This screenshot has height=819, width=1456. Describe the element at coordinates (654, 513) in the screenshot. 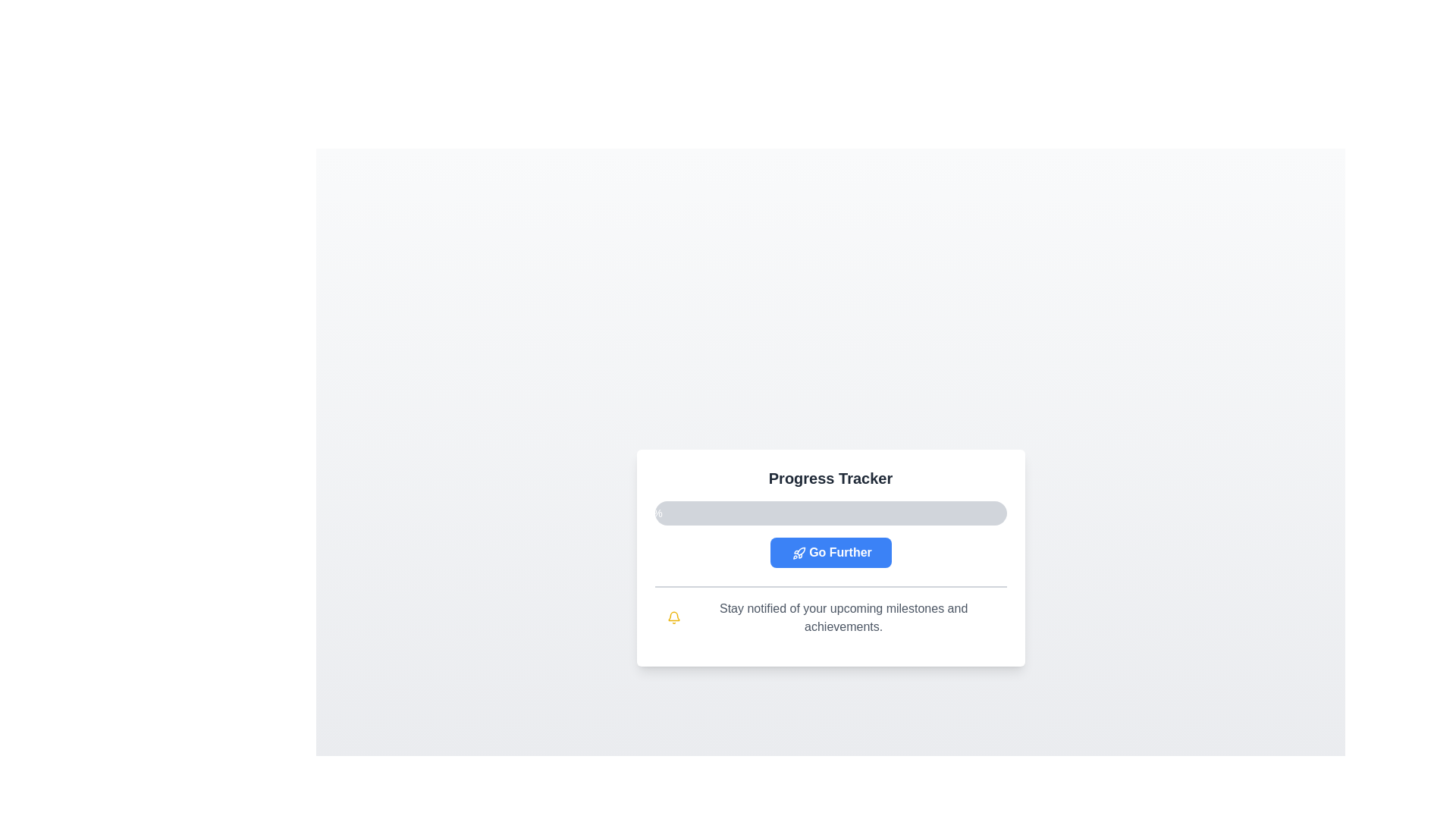

I see `the text element that displays the percentage progress within the progress bar of the 'Progress Tracker' card` at that location.